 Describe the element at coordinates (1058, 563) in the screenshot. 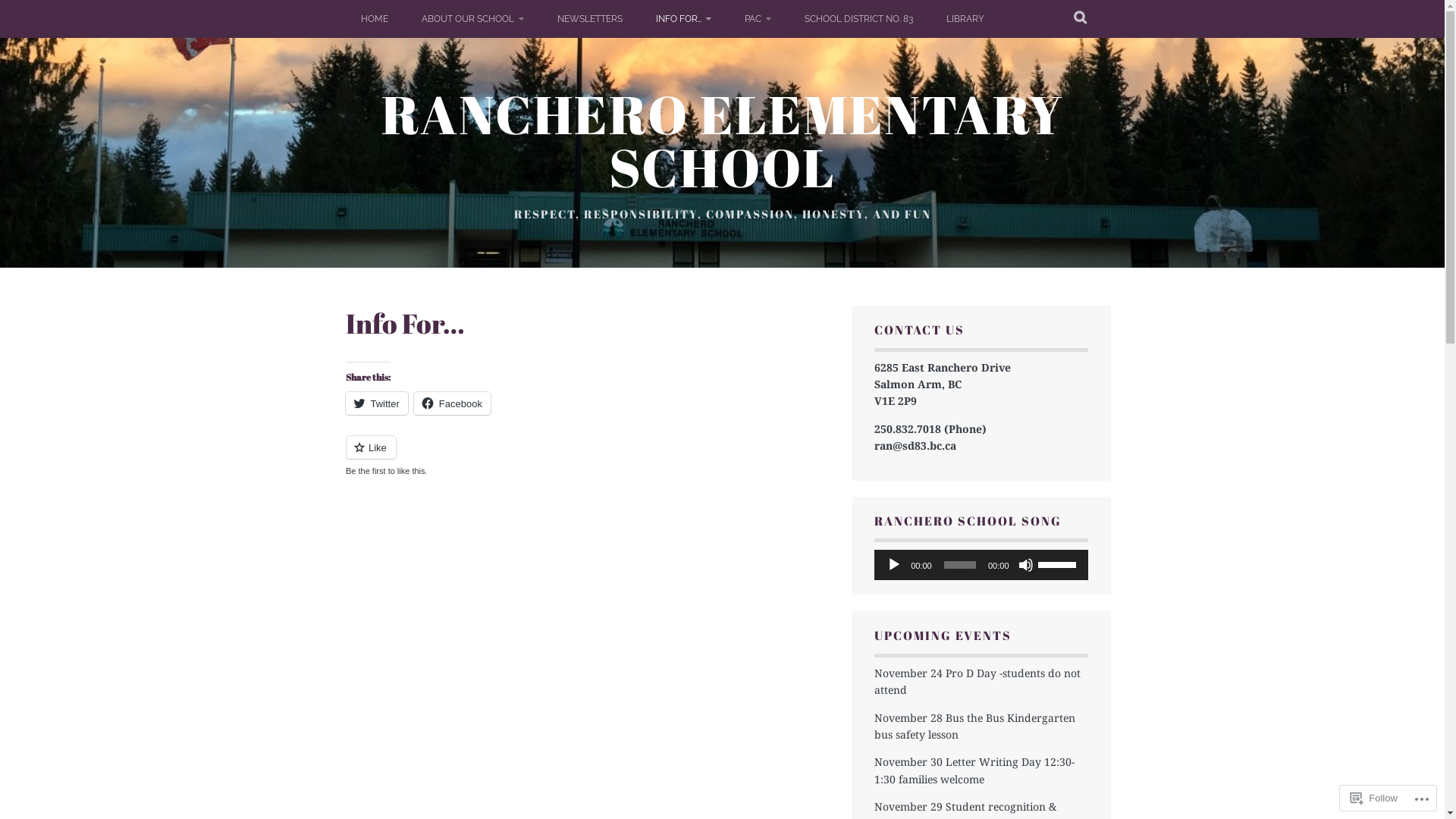

I see `'Use Up/Down Arrow keys to increase or decrease volume.'` at that location.